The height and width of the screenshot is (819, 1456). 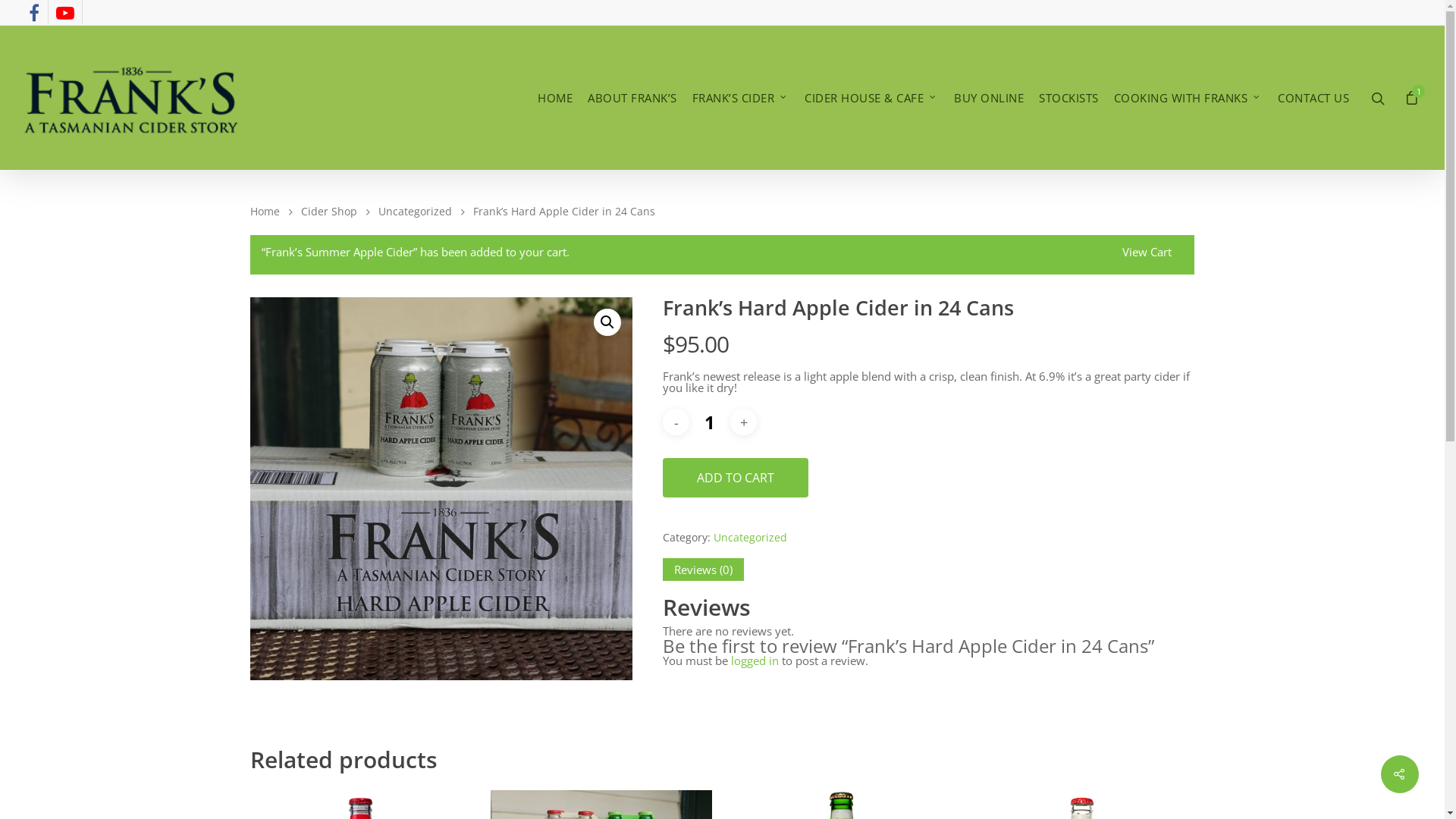 I want to click on 'logged in', so click(x=731, y=660).